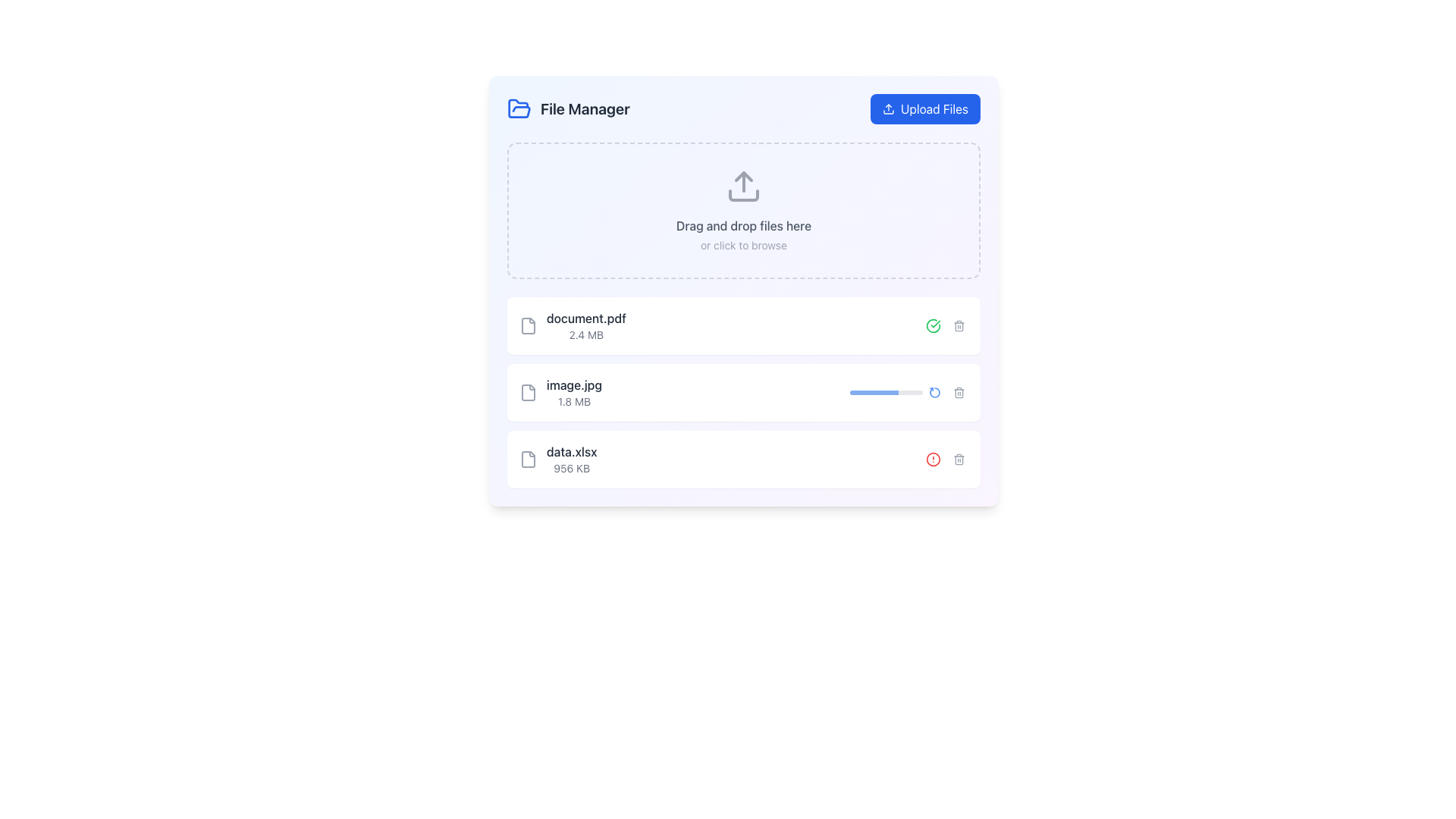 The width and height of the screenshot is (1456, 819). What do you see at coordinates (909, 391) in the screenshot?
I see `the progress visually by focusing on the horizontal progress bar that depicts the ongoing process of uploading or loading a file, located centrally within the file information row next to the filename 'image.jpg 1.8 MB'` at bounding box center [909, 391].